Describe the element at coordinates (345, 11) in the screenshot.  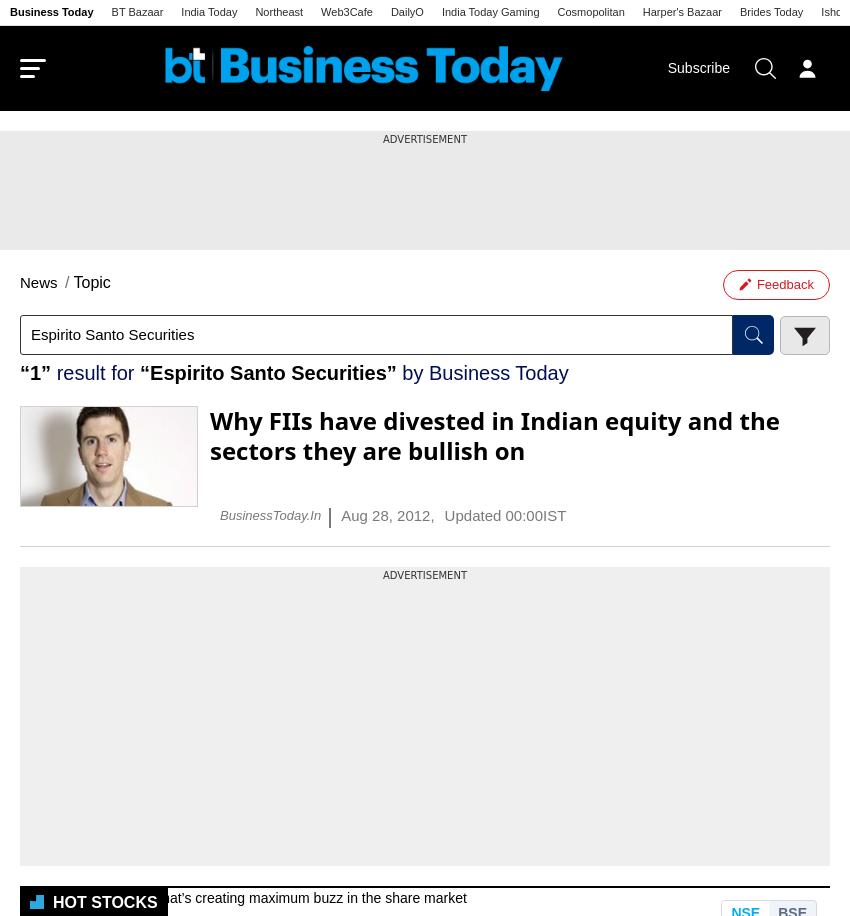
I see `'Web3Cafe'` at that location.